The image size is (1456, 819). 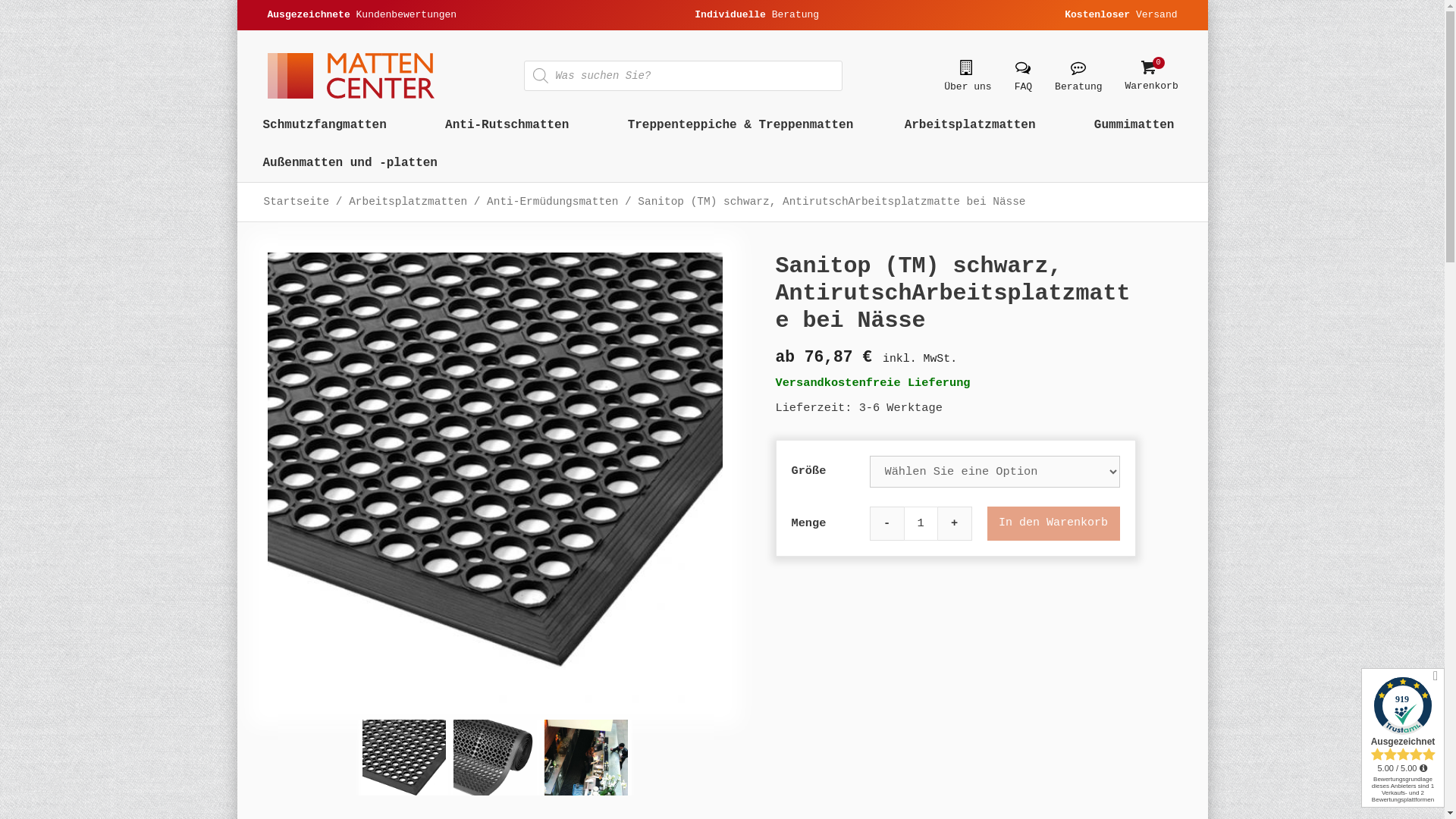 I want to click on 'Trustami', so click(x=1361, y=736).